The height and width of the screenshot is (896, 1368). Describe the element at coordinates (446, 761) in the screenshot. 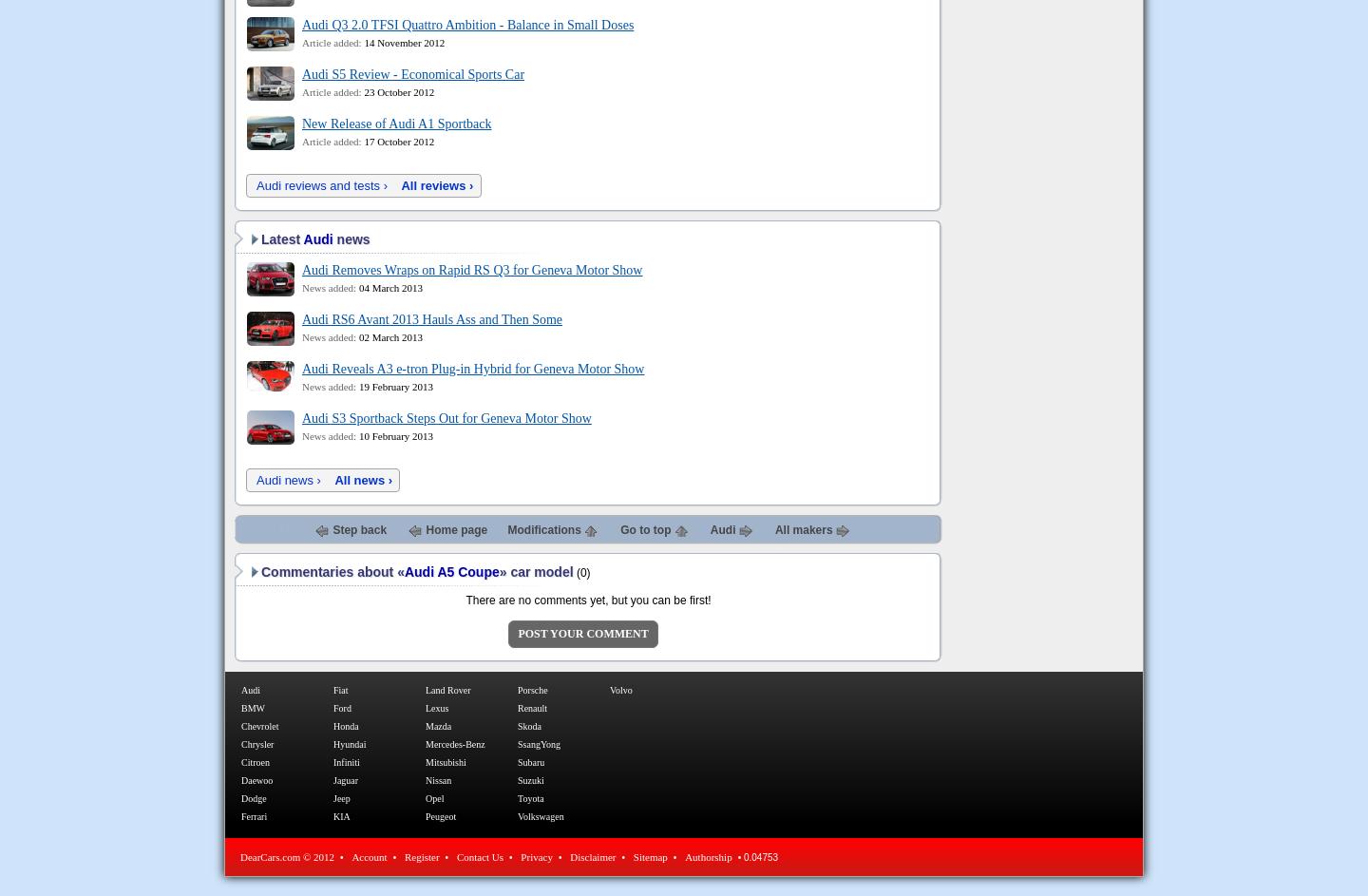

I see `'Mitsubishi'` at that location.